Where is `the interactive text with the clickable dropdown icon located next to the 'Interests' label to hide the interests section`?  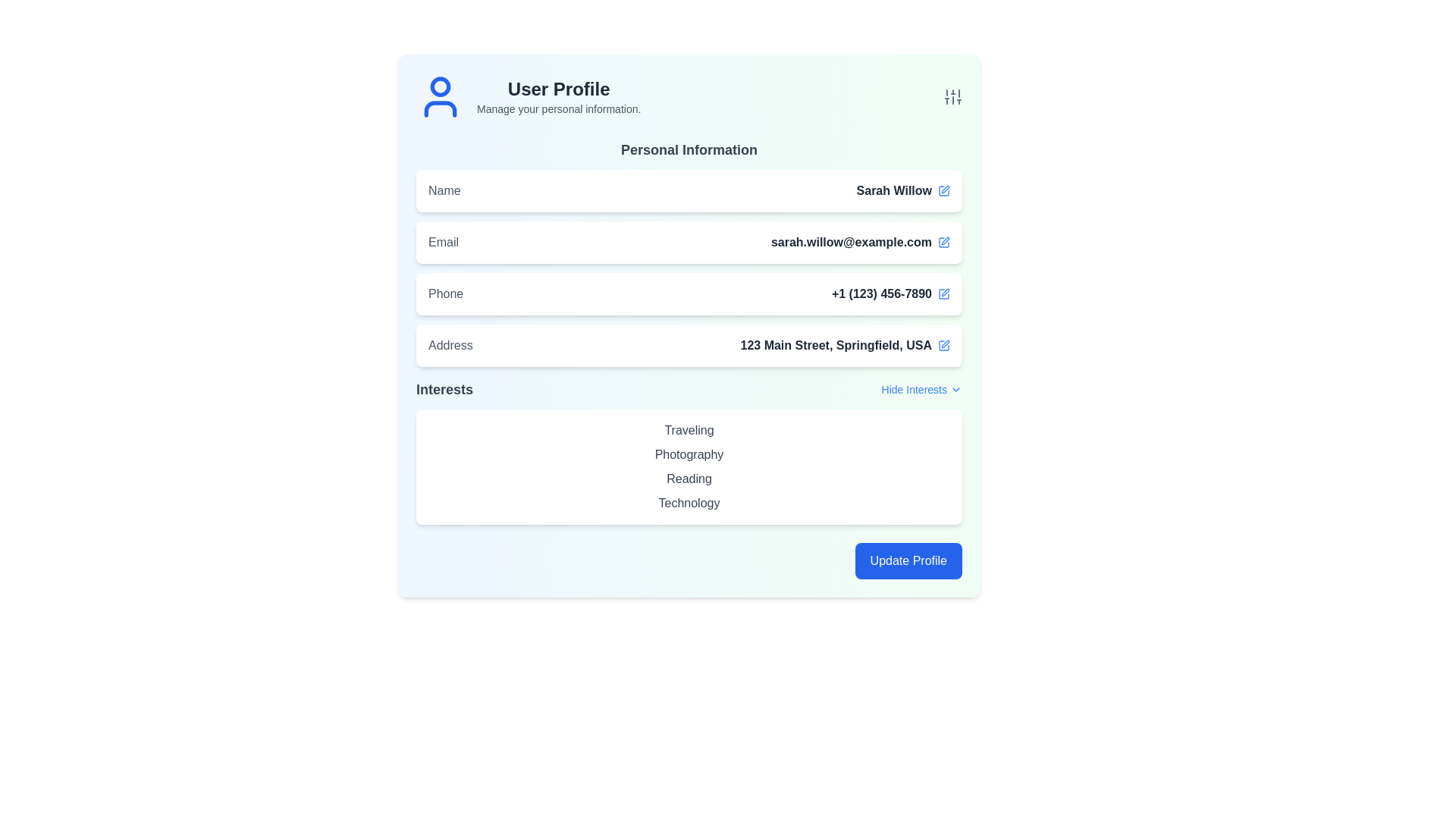 the interactive text with the clickable dropdown icon located next to the 'Interests' label to hide the interests section is located at coordinates (921, 388).